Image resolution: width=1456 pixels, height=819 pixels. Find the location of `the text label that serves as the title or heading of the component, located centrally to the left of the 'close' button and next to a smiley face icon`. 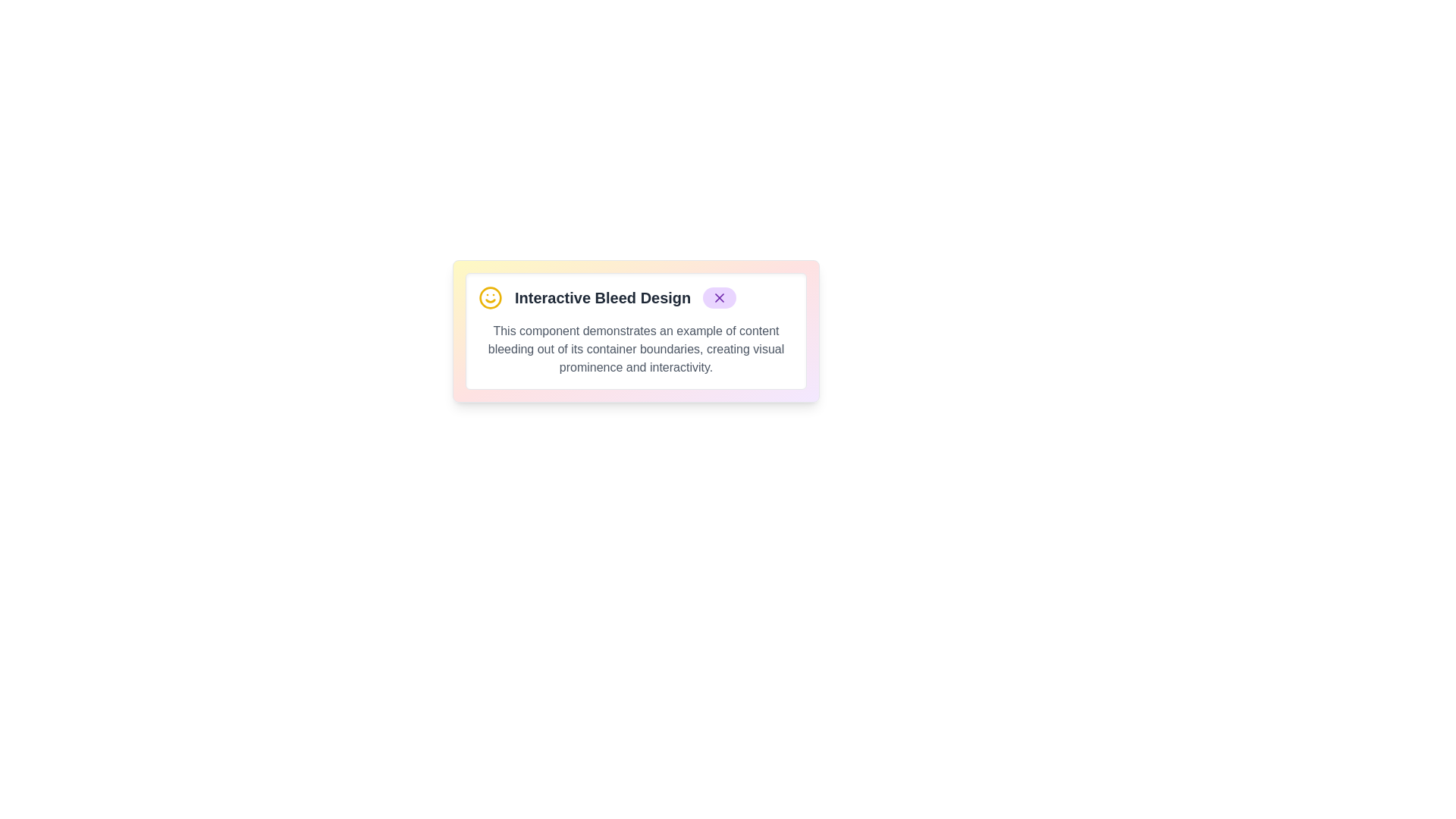

the text label that serves as the title or heading of the component, located centrally to the left of the 'close' button and next to a smiley face icon is located at coordinates (602, 298).